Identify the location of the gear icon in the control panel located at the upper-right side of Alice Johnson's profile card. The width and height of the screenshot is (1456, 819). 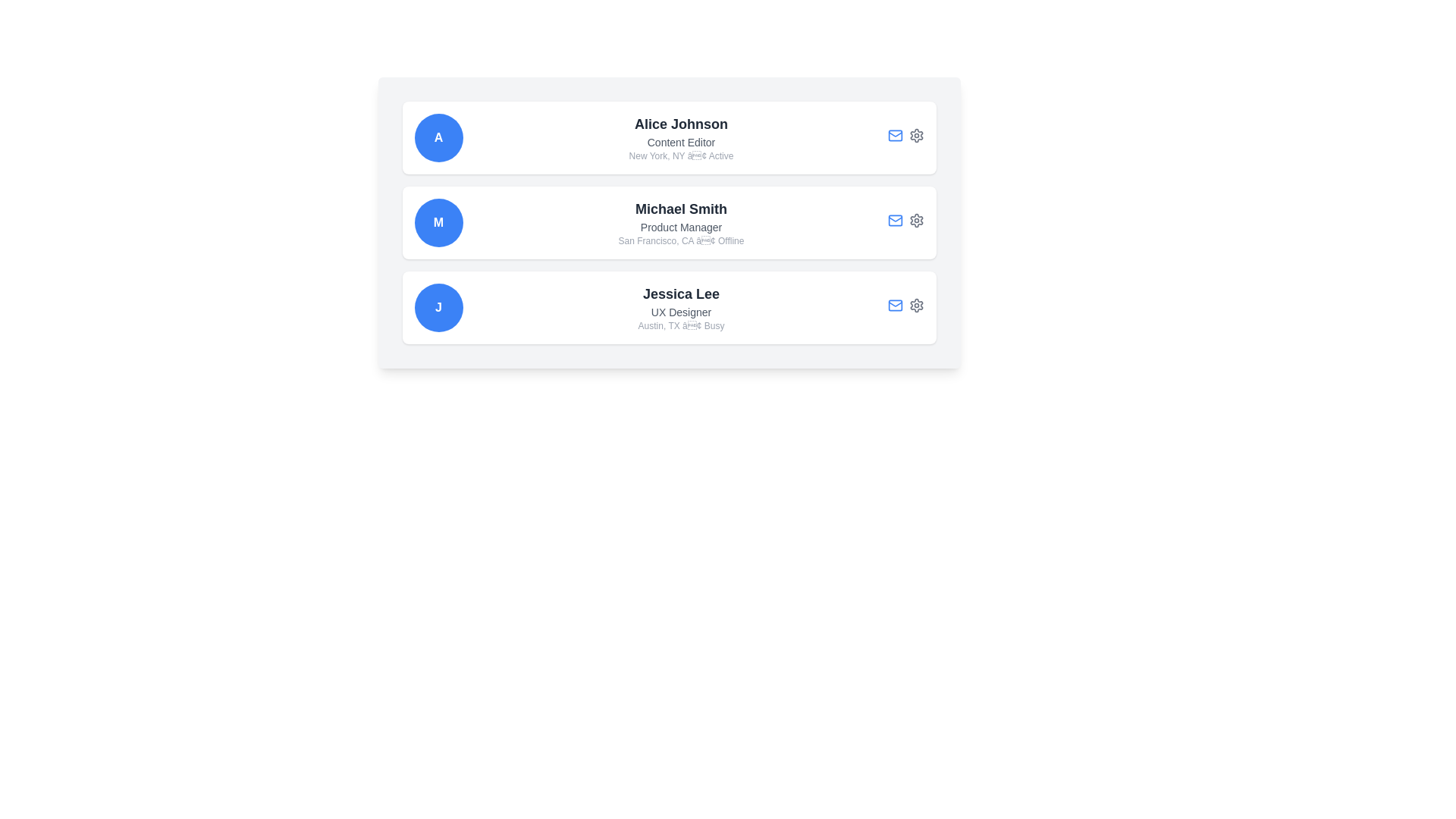
(905, 137).